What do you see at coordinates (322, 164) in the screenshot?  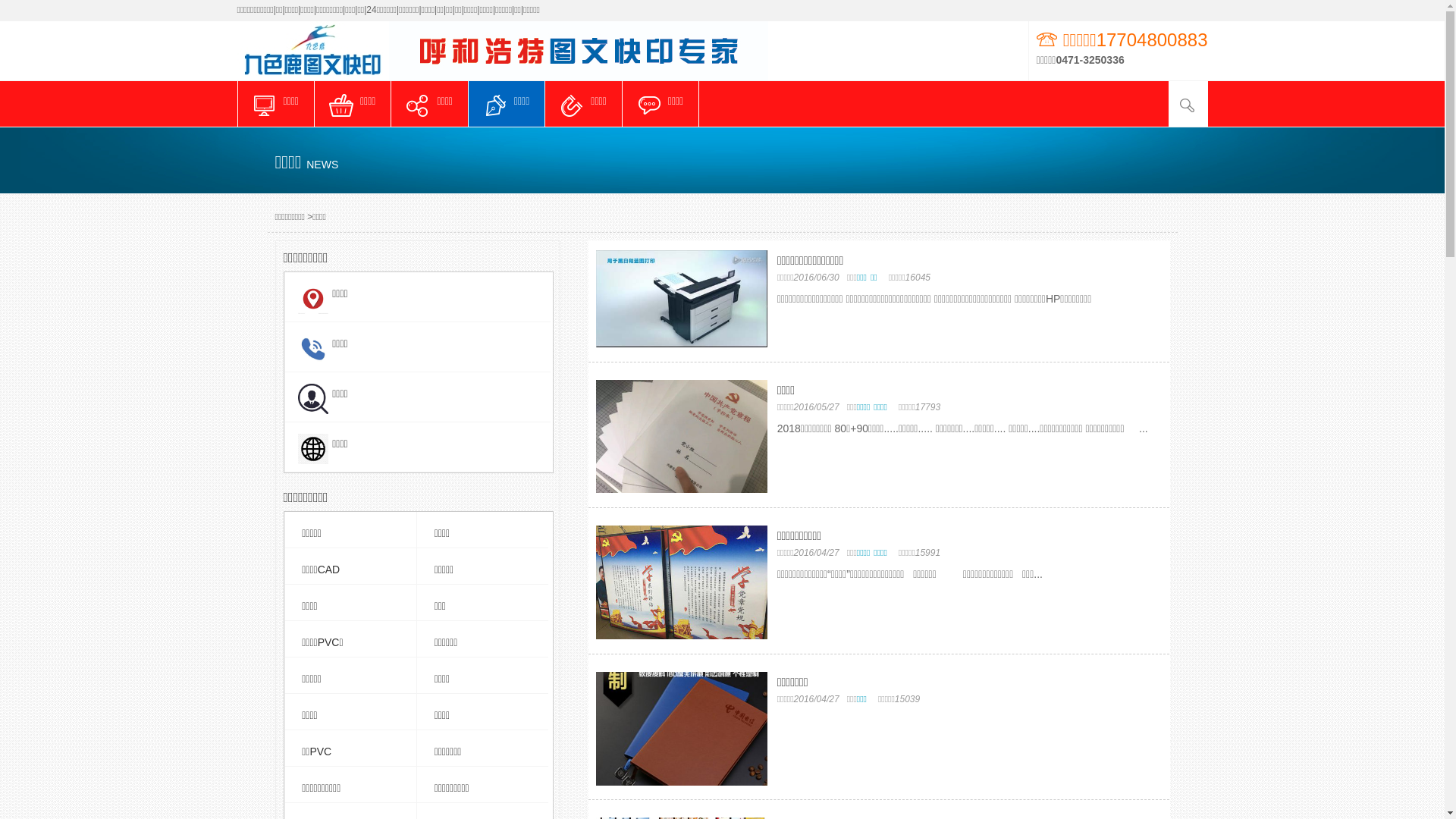 I see `'NEWS'` at bounding box center [322, 164].